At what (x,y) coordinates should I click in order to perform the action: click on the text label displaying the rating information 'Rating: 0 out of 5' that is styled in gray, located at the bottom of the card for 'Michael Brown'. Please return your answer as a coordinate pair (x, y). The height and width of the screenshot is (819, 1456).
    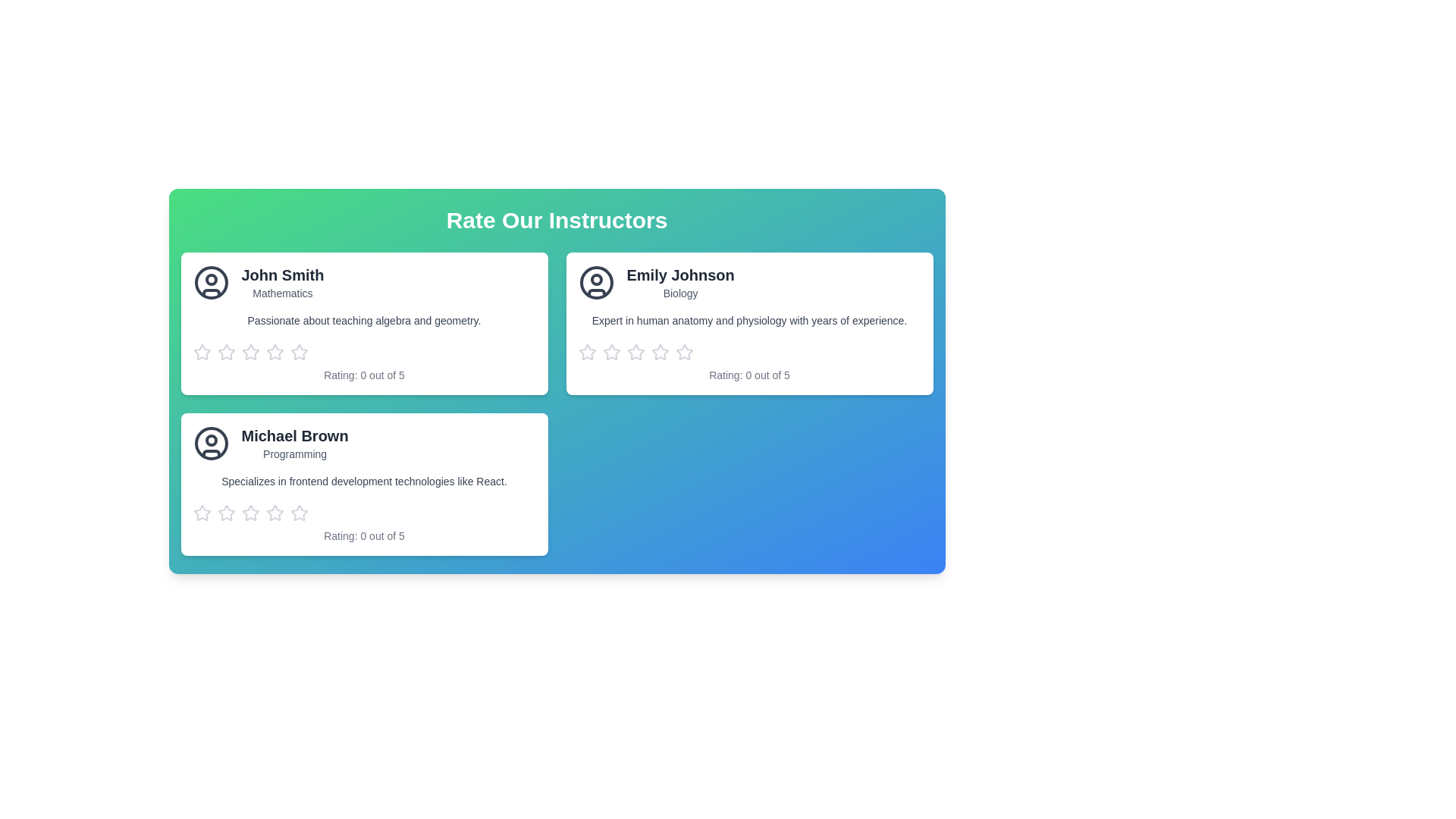
    Looking at the image, I should click on (364, 535).